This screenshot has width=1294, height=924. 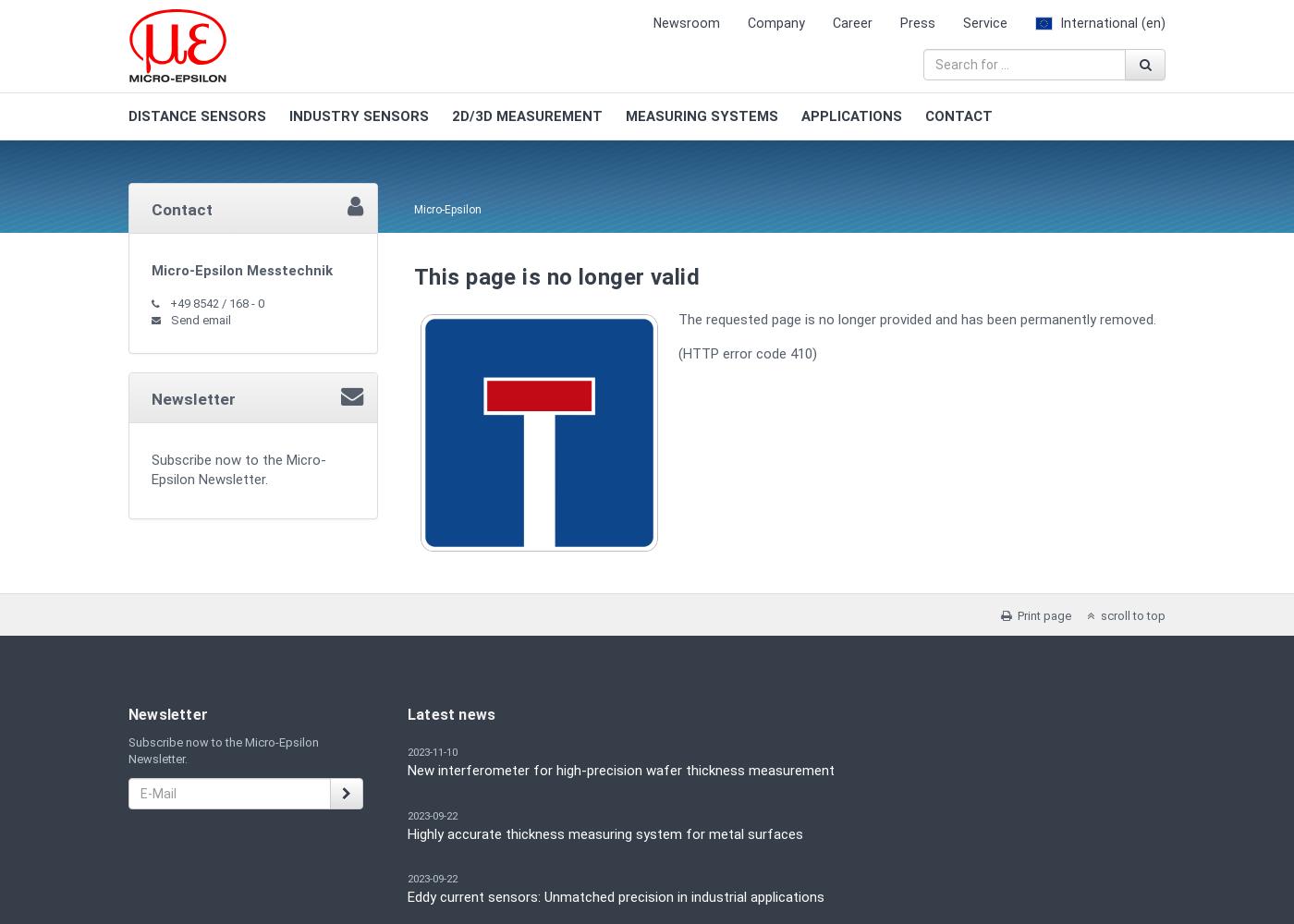 I want to click on 'New interferometer for high-precision wafer thickness measurement', so click(x=621, y=770).